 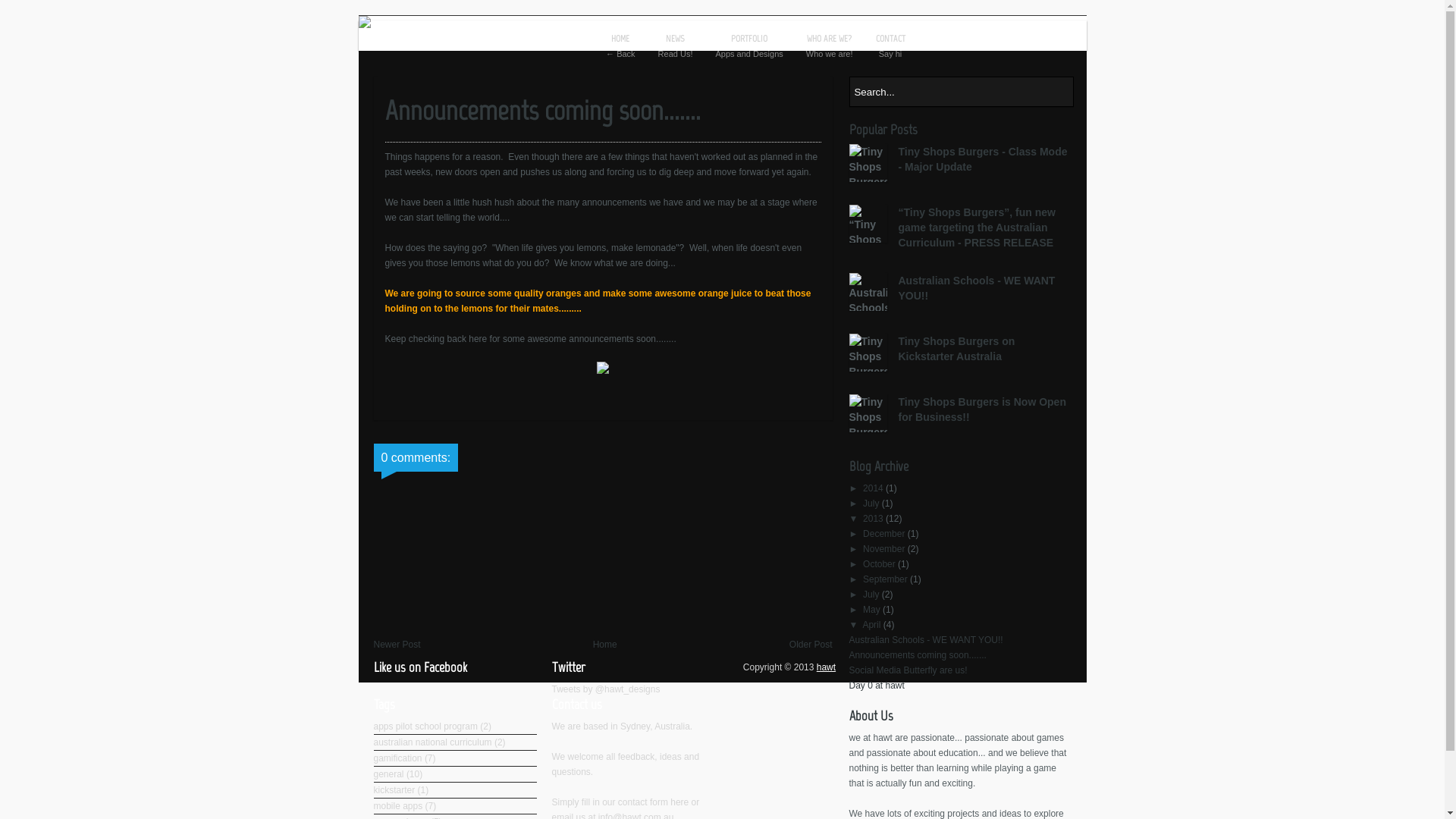 I want to click on 'WHO ARE WE?, so click(x=829, y=45).